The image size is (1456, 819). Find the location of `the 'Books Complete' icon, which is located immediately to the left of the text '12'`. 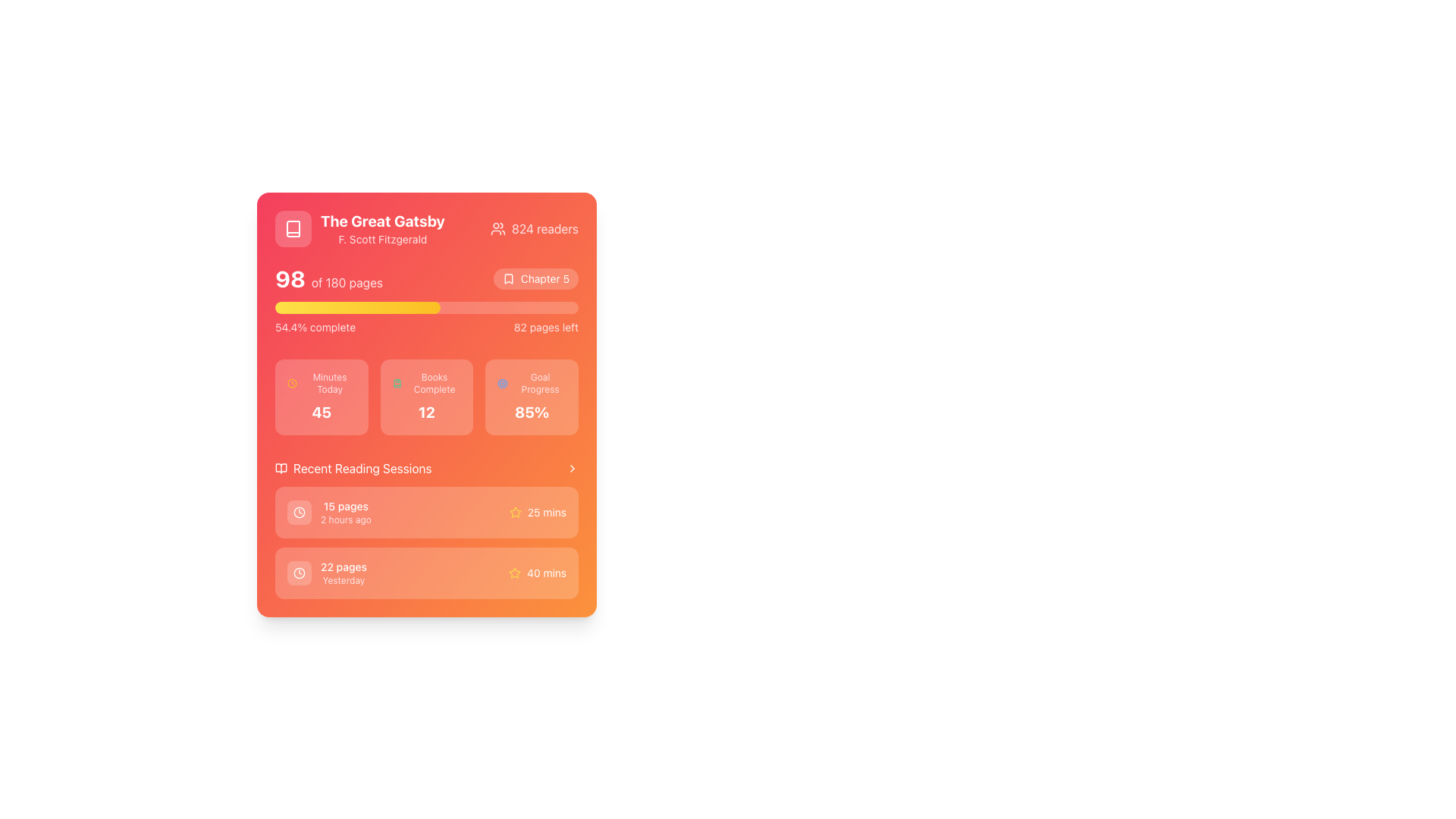

the 'Books Complete' icon, which is located immediately to the left of the text '12' is located at coordinates (397, 382).